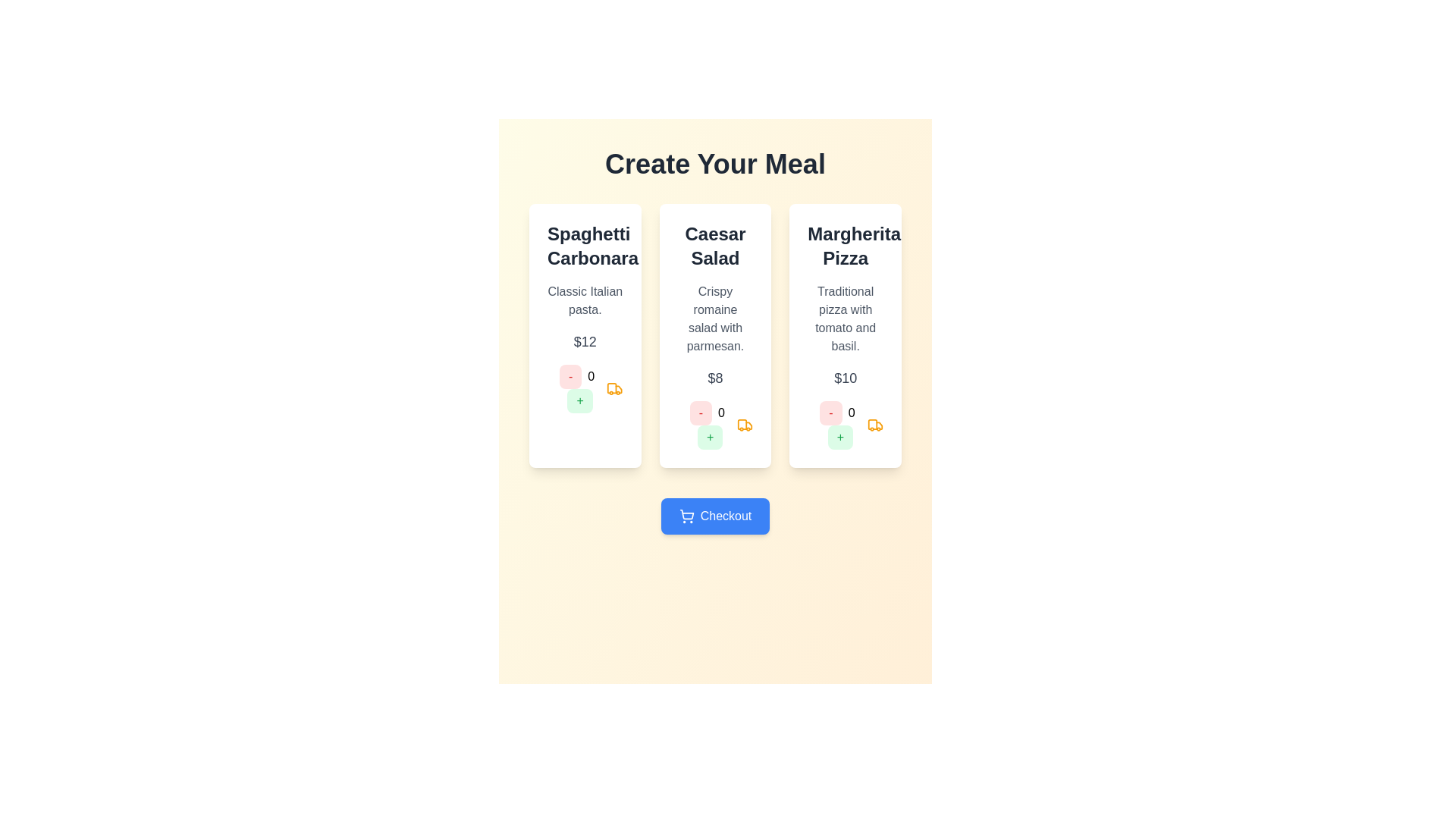 The height and width of the screenshot is (819, 1456). Describe the element at coordinates (714, 318) in the screenshot. I see `the descriptive text element that provides details about the 'Caesar Salad', located below the title and above the price in the white card menu item` at that location.